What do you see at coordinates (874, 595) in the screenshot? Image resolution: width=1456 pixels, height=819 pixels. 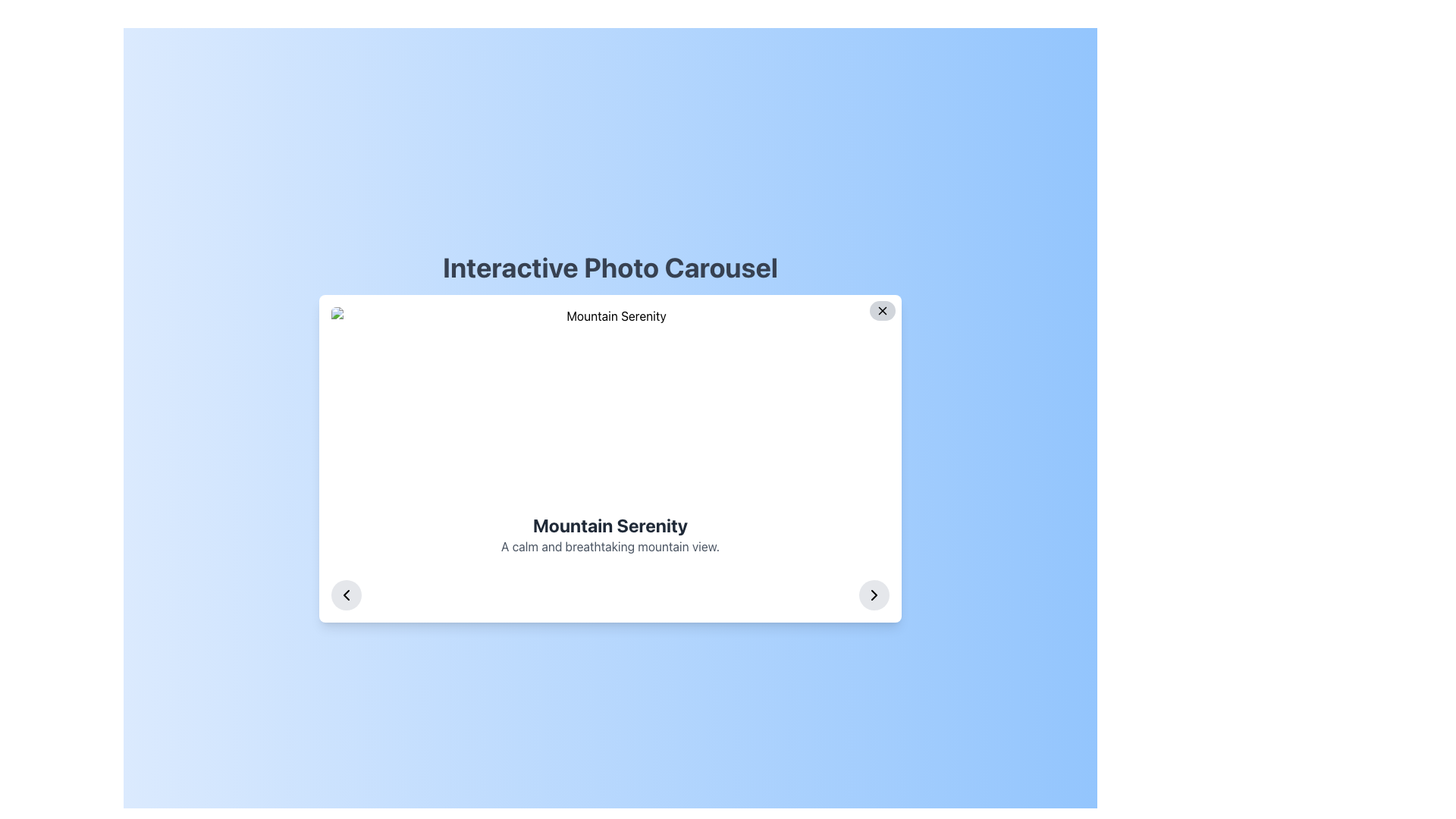 I see `the right-facing chevron icon at the bottom-right corner of the Interactive Photo Carousel` at bounding box center [874, 595].